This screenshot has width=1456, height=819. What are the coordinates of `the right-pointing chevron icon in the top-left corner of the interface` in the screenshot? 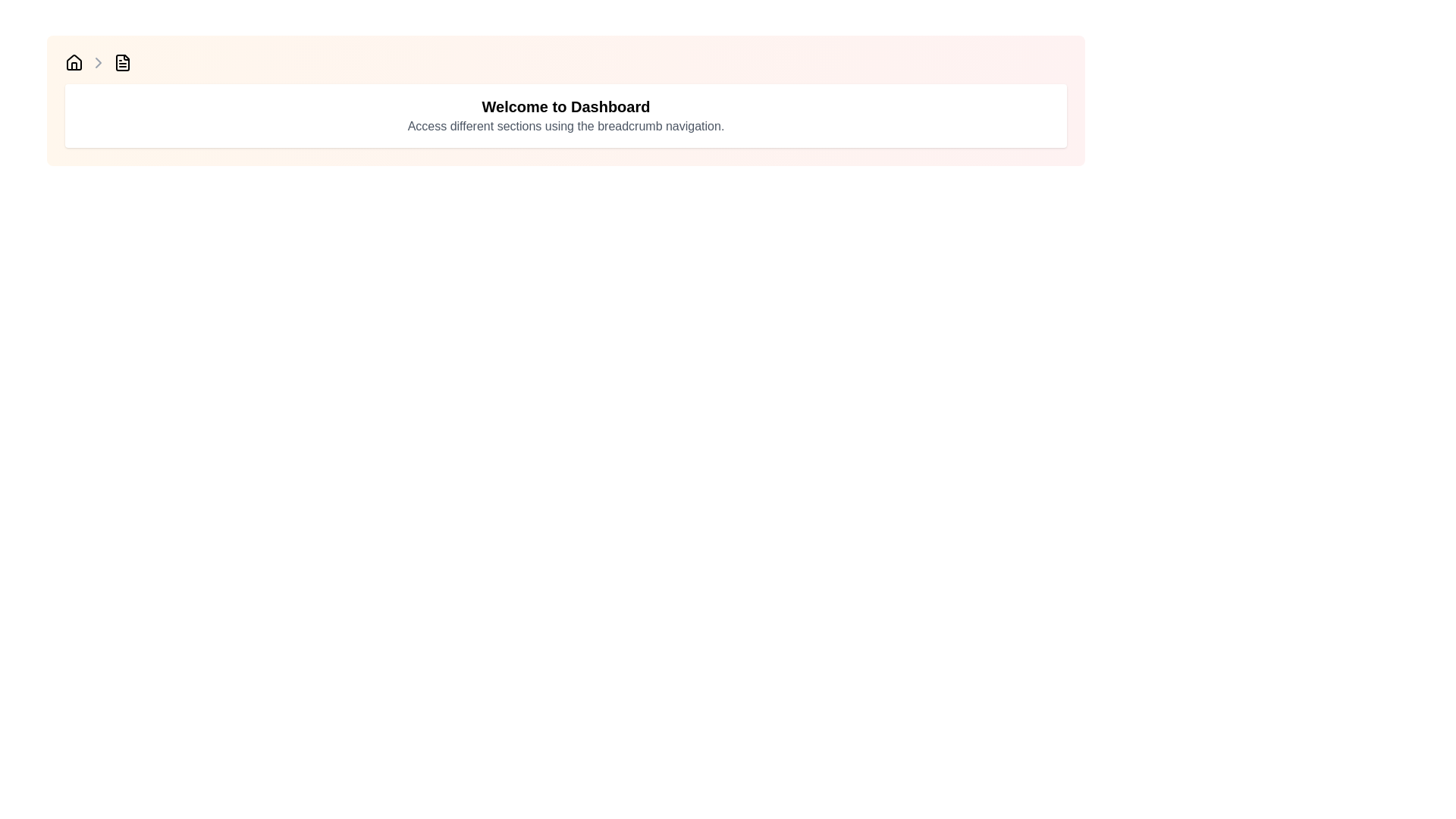 It's located at (97, 62).